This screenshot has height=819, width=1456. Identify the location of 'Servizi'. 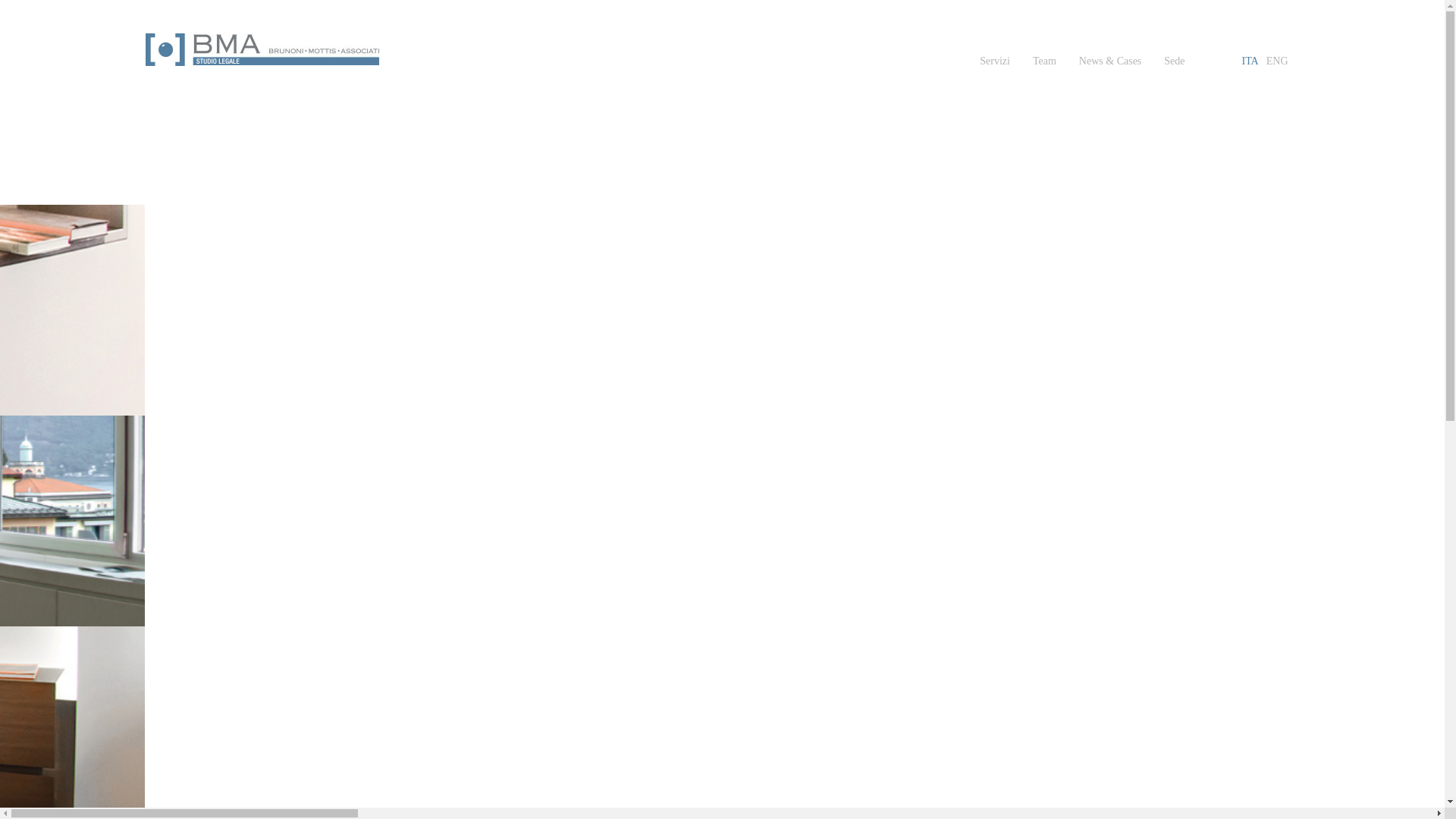
(994, 61).